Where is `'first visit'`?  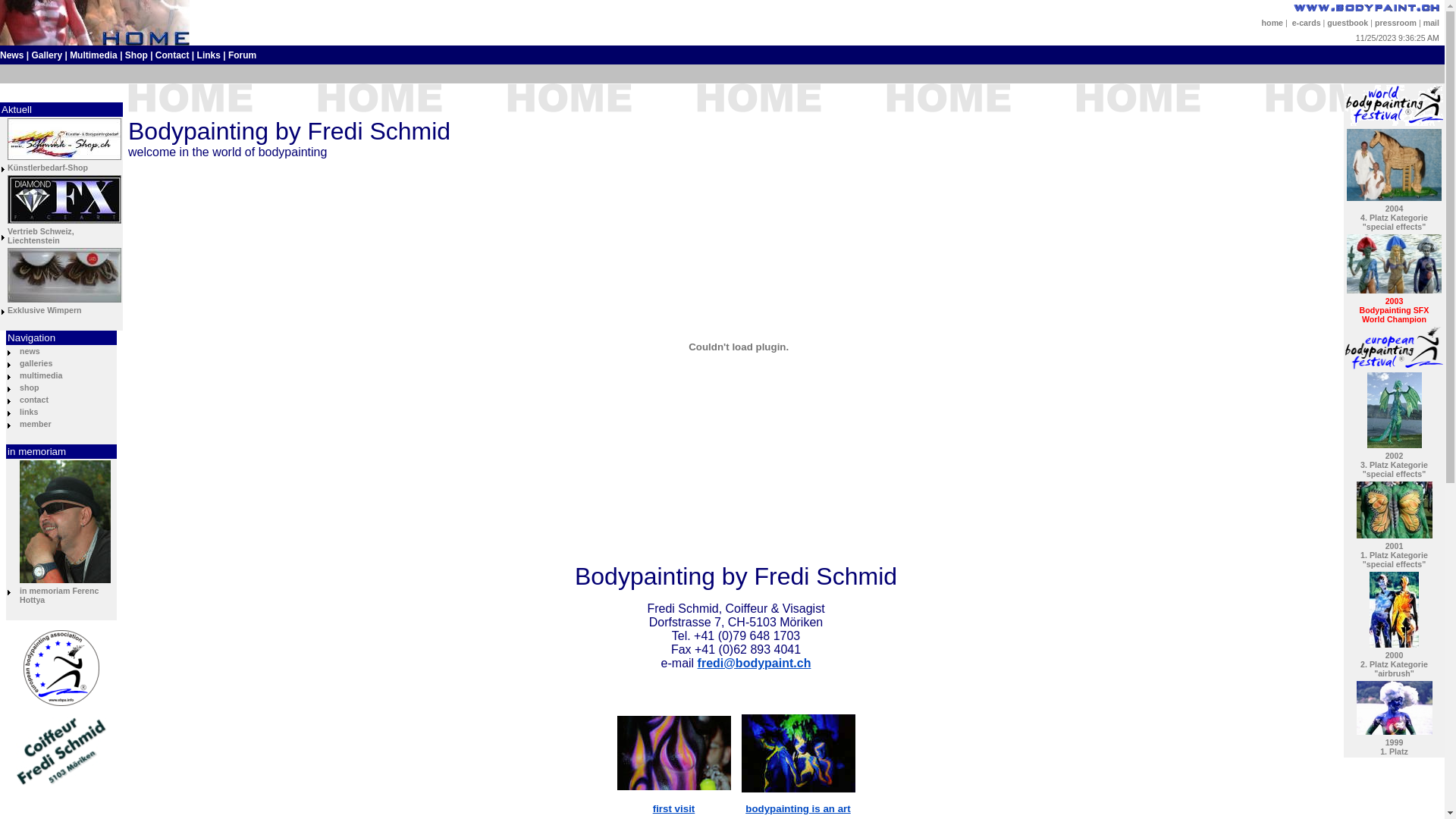
'first visit' is located at coordinates (673, 808).